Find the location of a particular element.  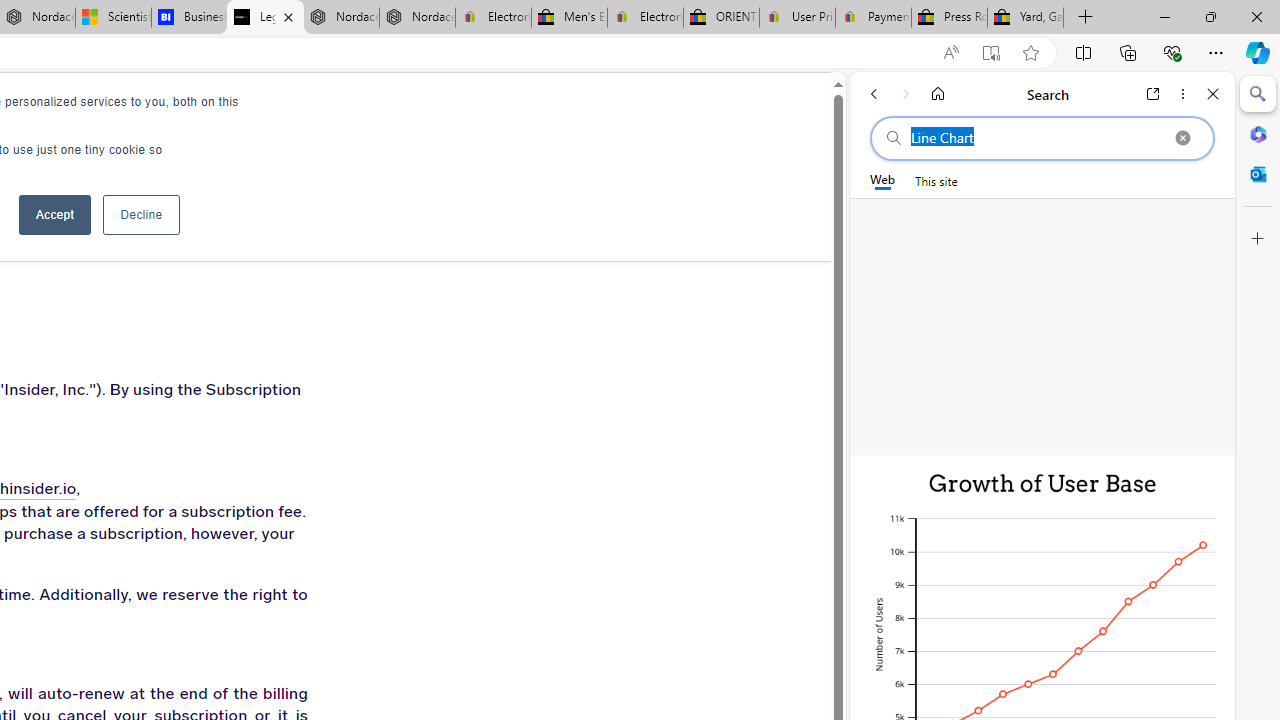

'Decline' is located at coordinates (140, 214).